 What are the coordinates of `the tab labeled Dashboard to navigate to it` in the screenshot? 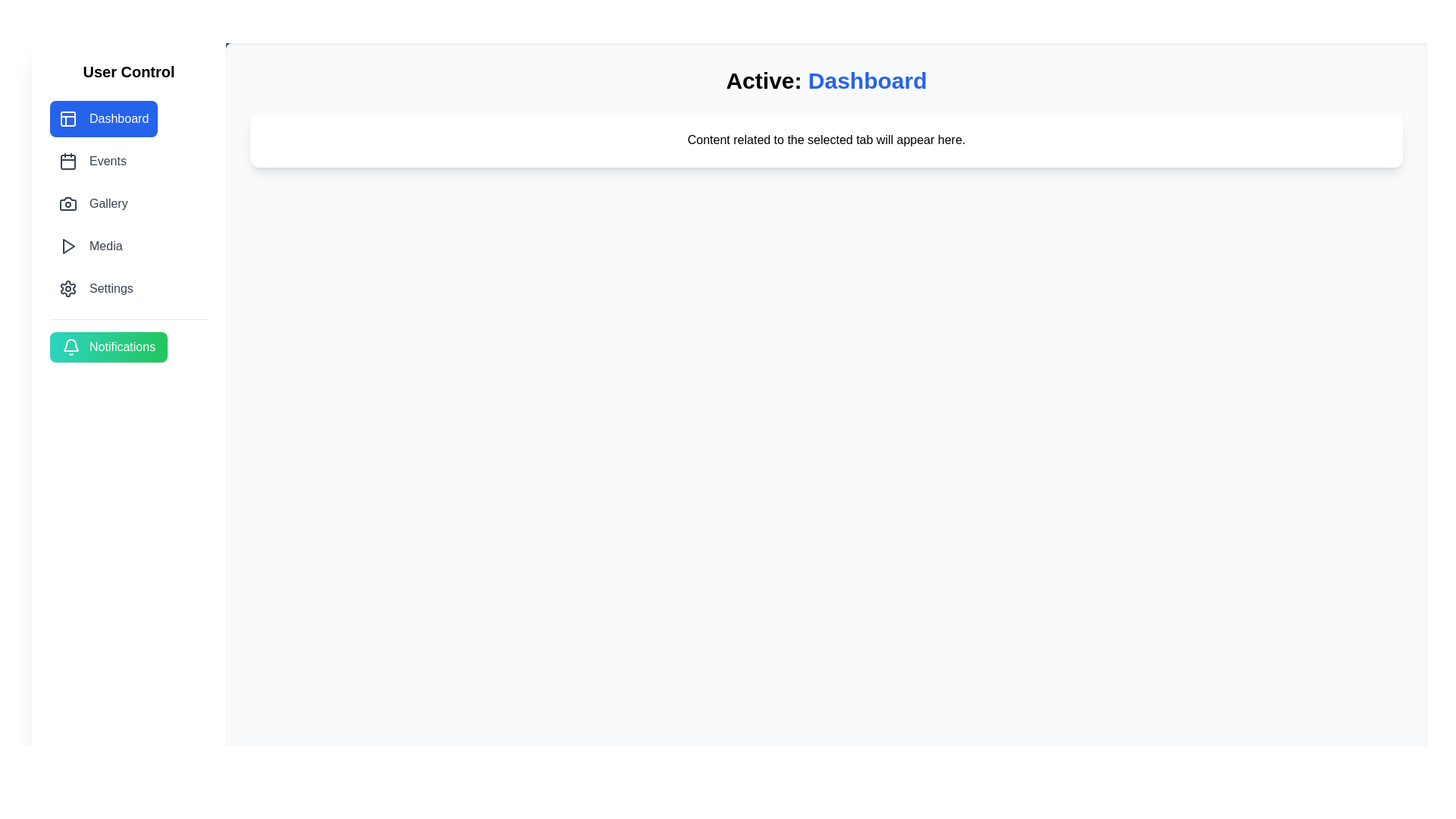 It's located at (103, 118).